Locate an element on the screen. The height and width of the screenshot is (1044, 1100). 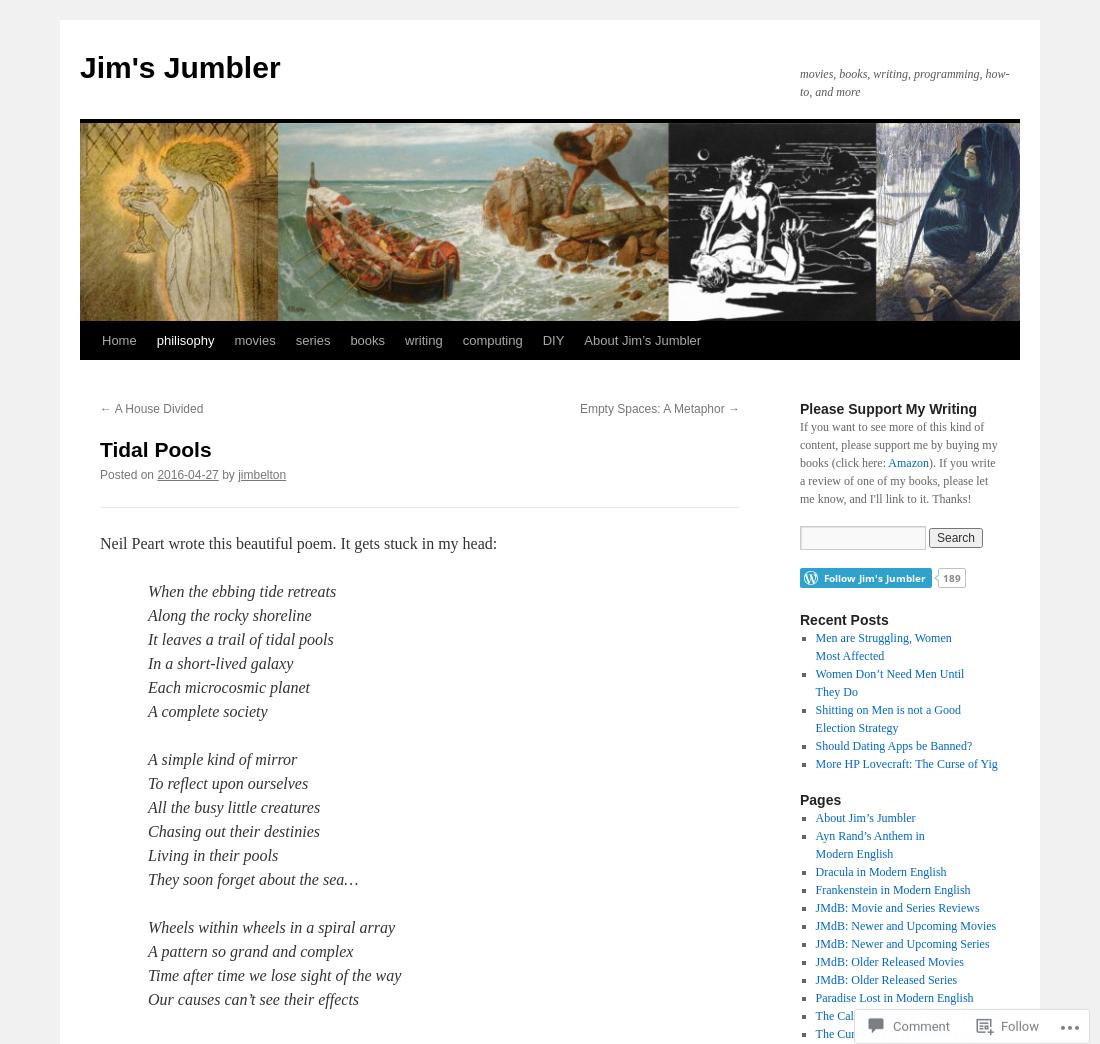
'It leaves a trail of tidal pools' is located at coordinates (240, 639).